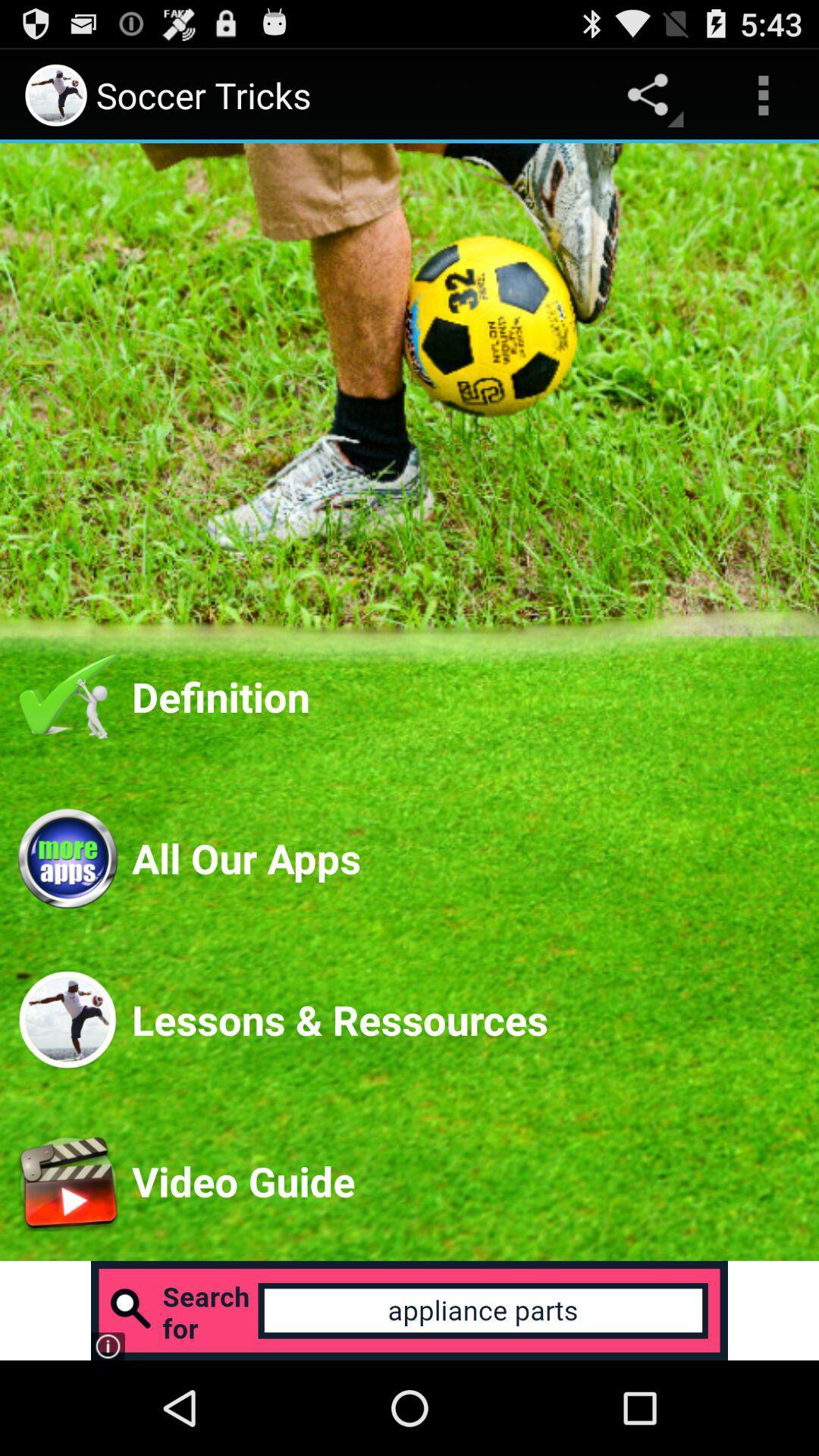 The width and height of the screenshot is (819, 1456). What do you see at coordinates (465, 858) in the screenshot?
I see `the all our apps app` at bounding box center [465, 858].